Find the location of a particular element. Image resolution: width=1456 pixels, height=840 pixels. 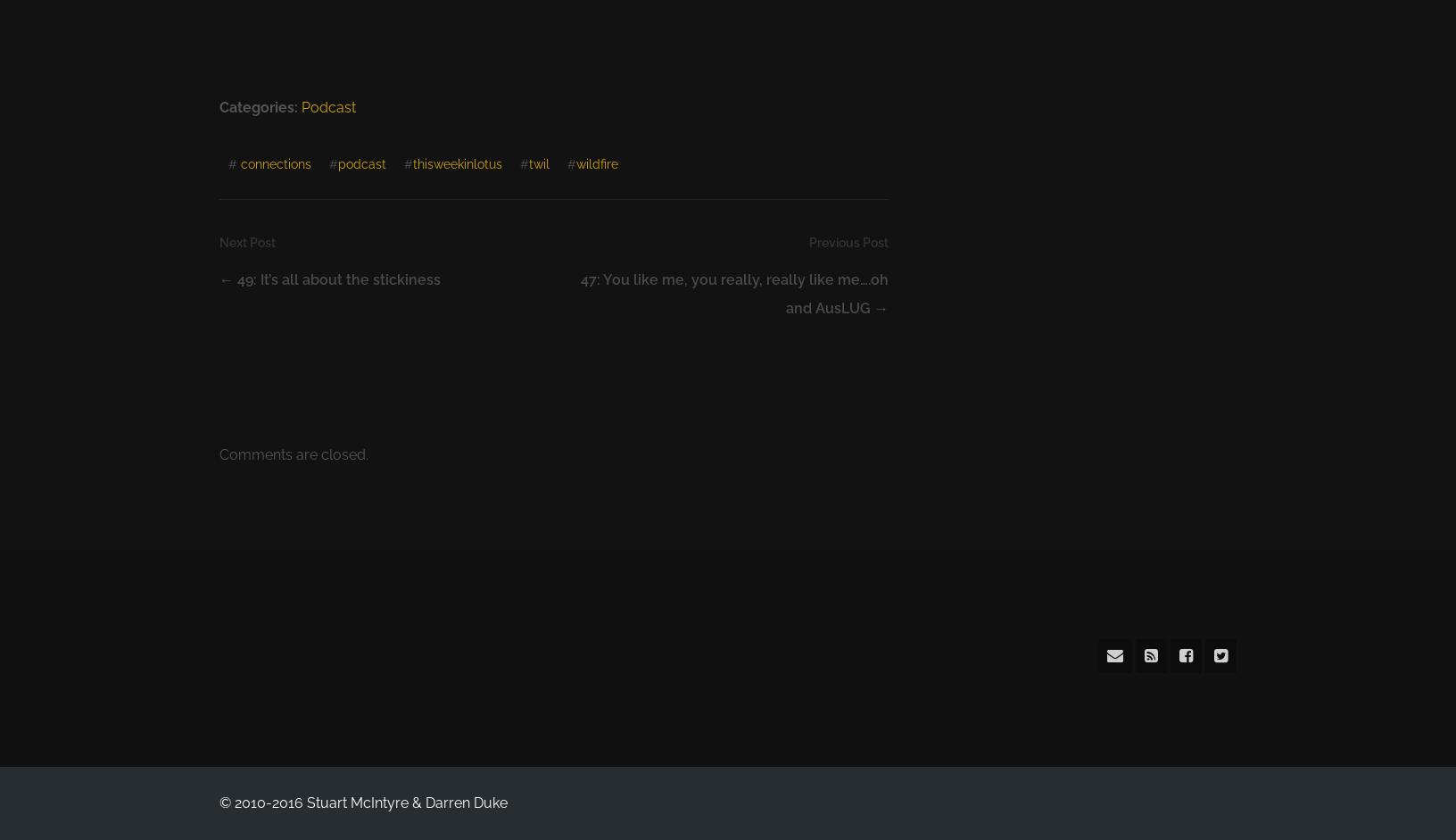

'Categories:' is located at coordinates (259, 107).